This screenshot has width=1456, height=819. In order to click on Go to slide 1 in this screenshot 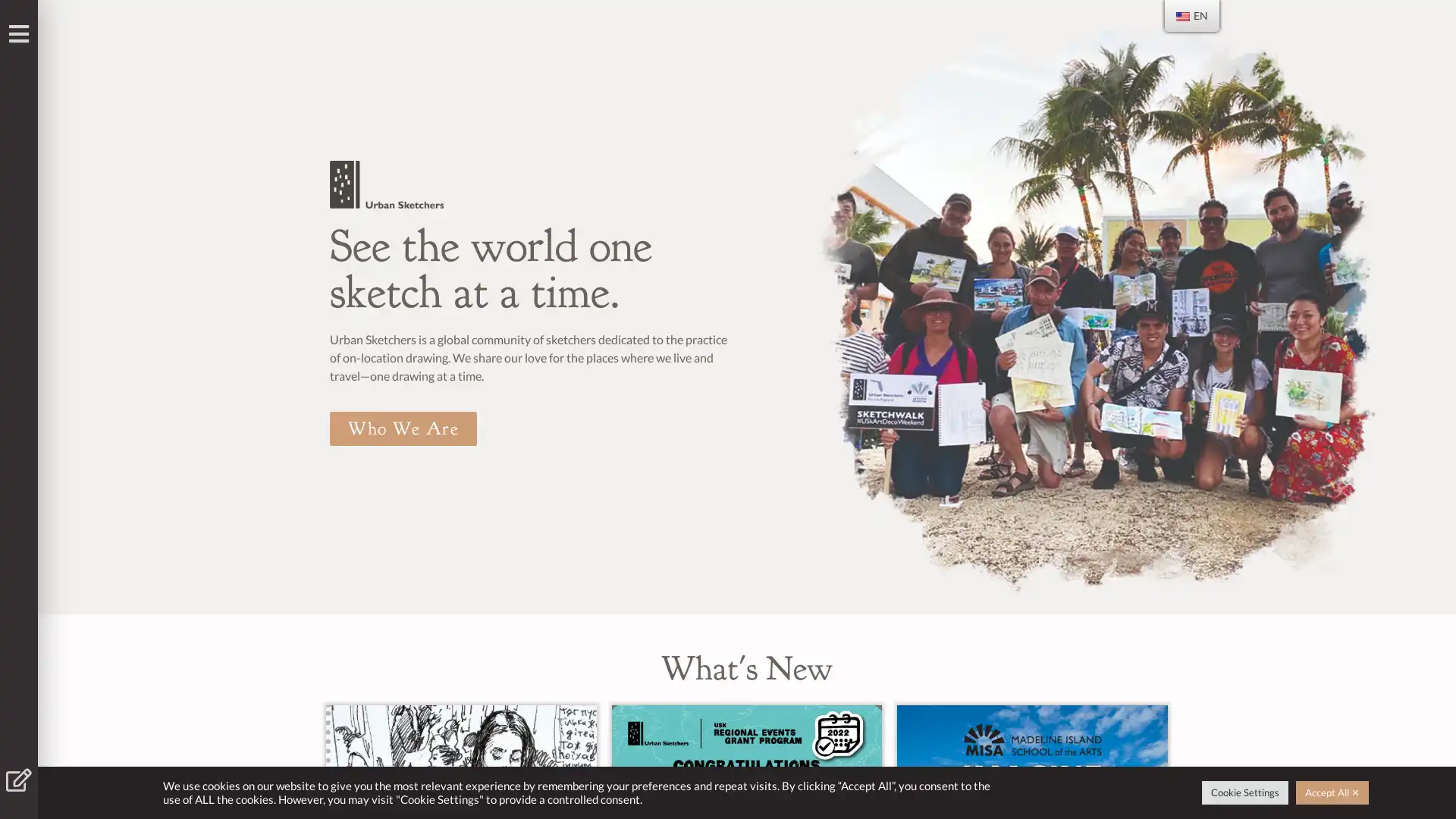, I will do `click(1094, 582)`.